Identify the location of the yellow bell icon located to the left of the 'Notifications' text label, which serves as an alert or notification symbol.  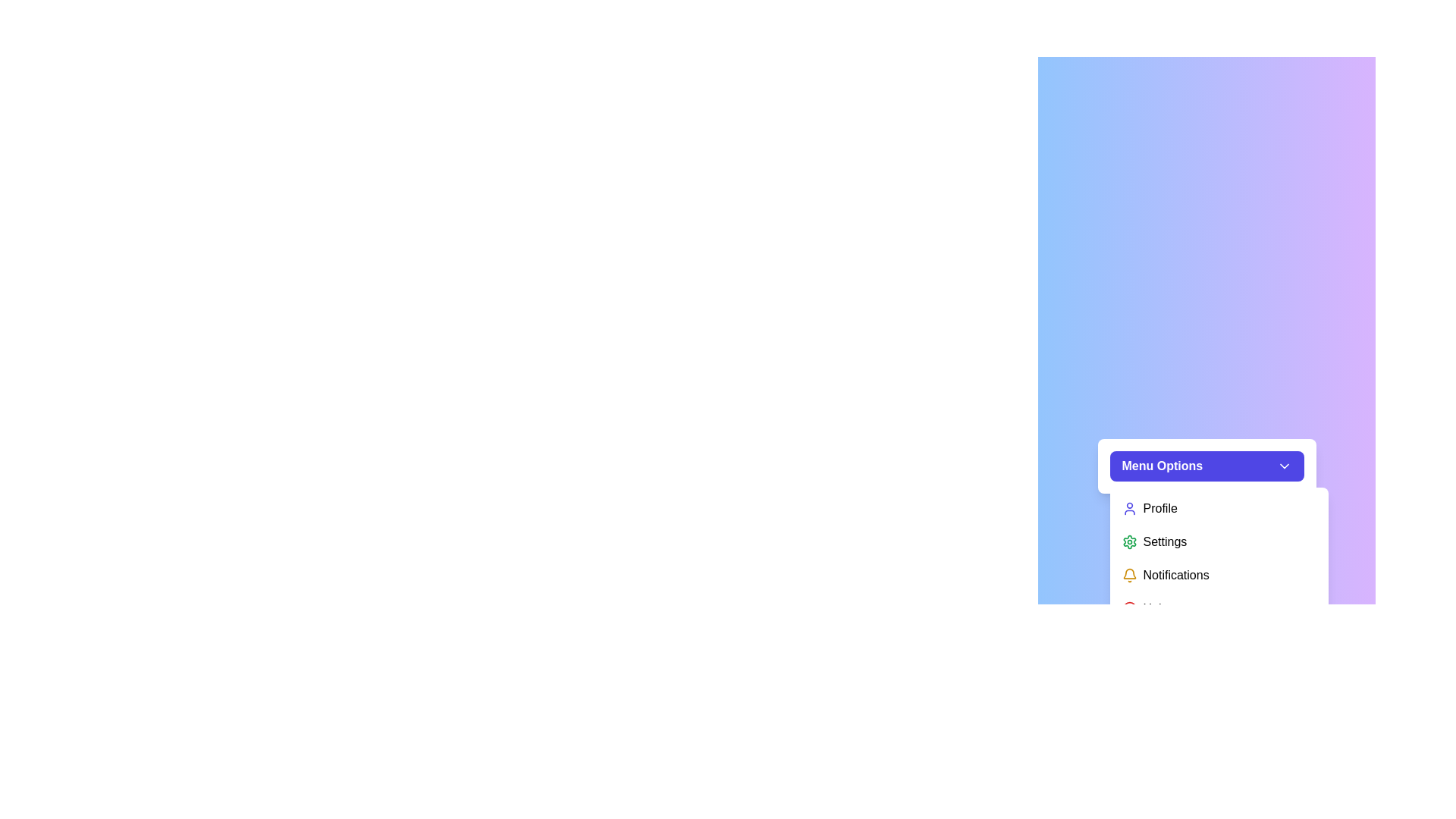
(1129, 576).